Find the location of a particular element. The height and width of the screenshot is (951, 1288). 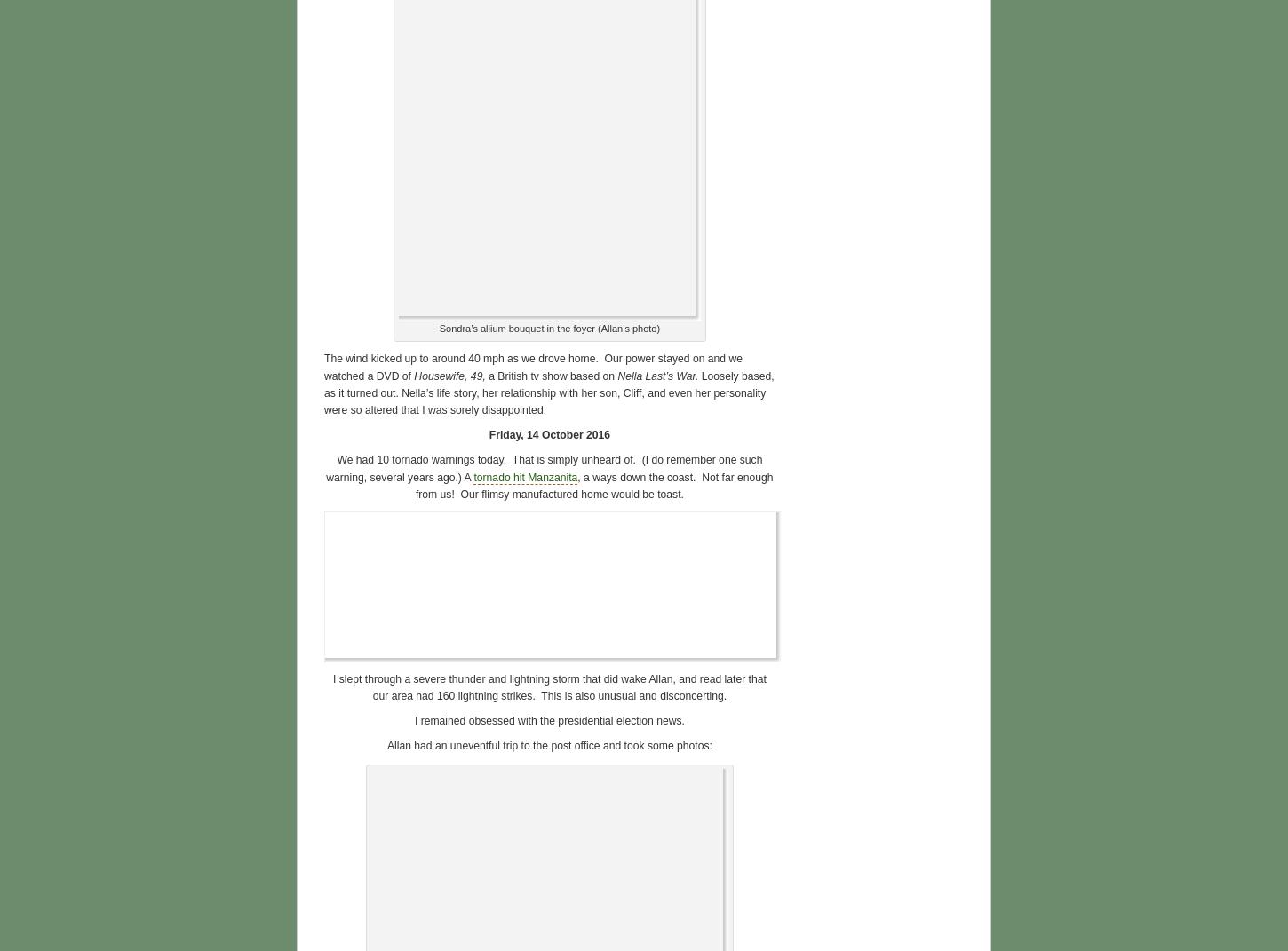

'Allan had an uneventful trip to the post office and took some photos:' is located at coordinates (547, 744).